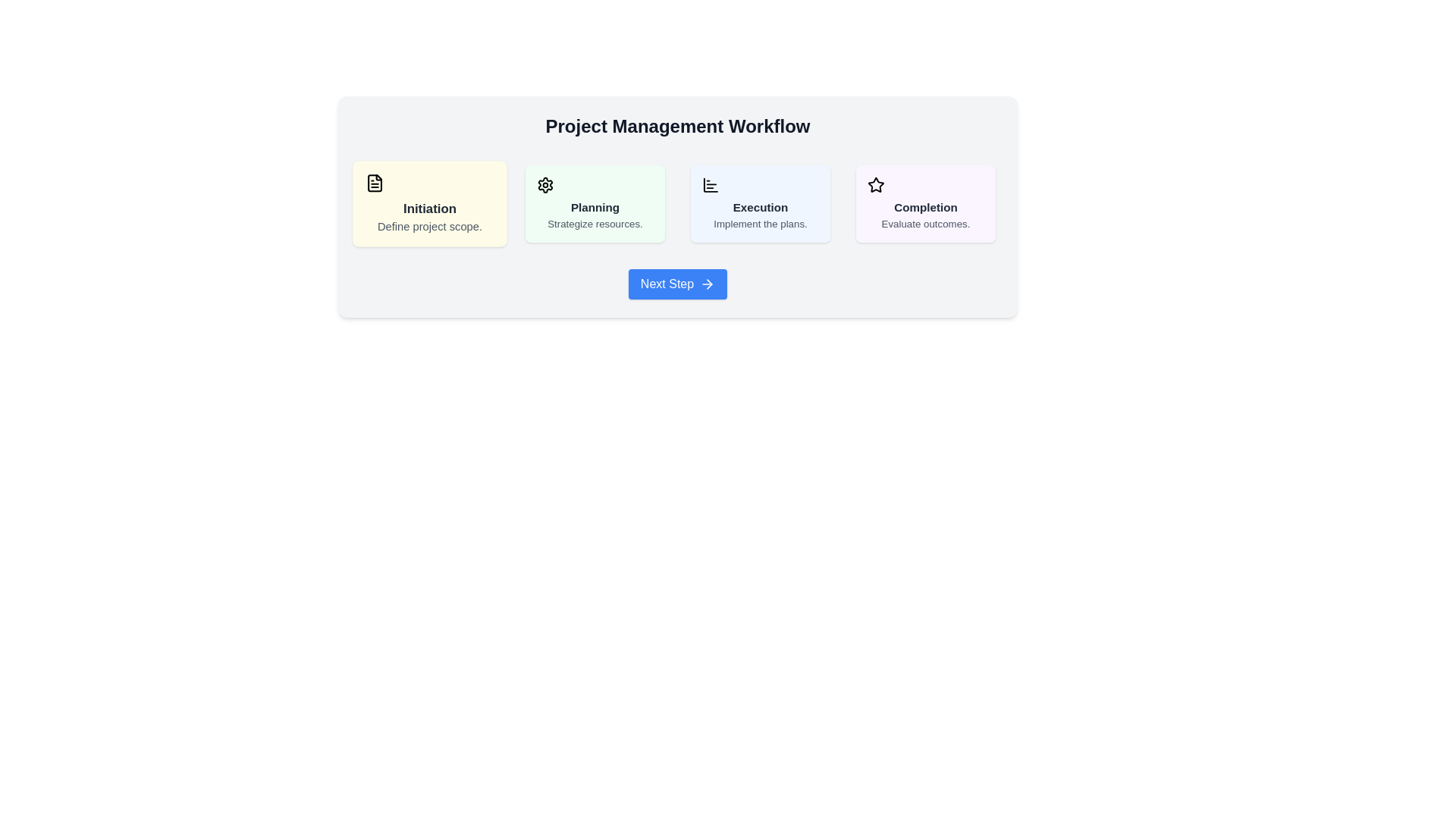 This screenshot has height=819, width=1456. What do you see at coordinates (710, 184) in the screenshot?
I see `the icon representing the 'Execution' card, which is centrally located above the text description within the third card of the project management workflow` at bounding box center [710, 184].